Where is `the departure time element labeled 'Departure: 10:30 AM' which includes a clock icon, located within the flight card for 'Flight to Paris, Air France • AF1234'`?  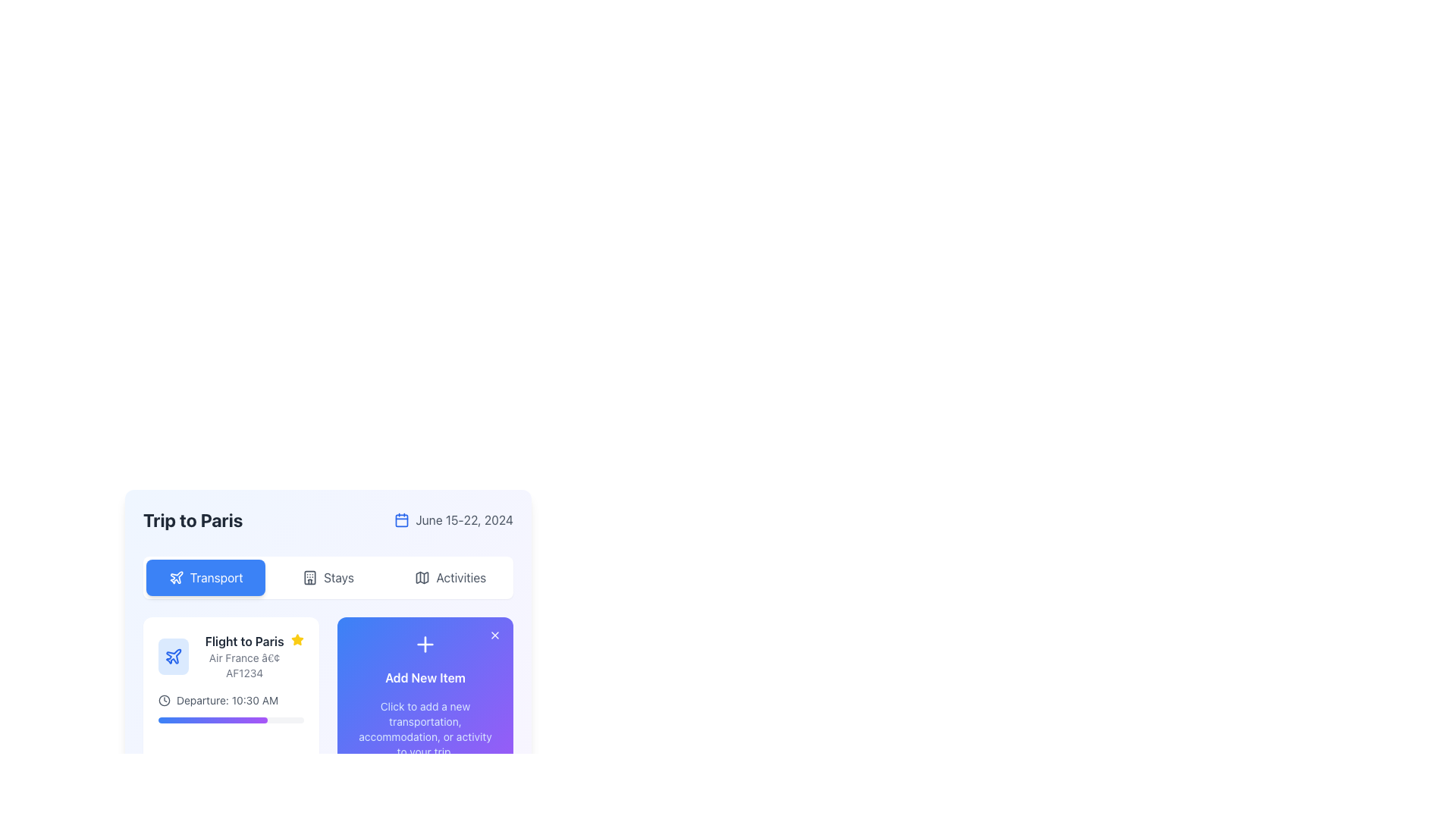
the departure time element labeled 'Departure: 10:30 AM' which includes a clock icon, located within the flight card for 'Flight to Paris, Air France • AF1234' is located at coordinates (231, 701).